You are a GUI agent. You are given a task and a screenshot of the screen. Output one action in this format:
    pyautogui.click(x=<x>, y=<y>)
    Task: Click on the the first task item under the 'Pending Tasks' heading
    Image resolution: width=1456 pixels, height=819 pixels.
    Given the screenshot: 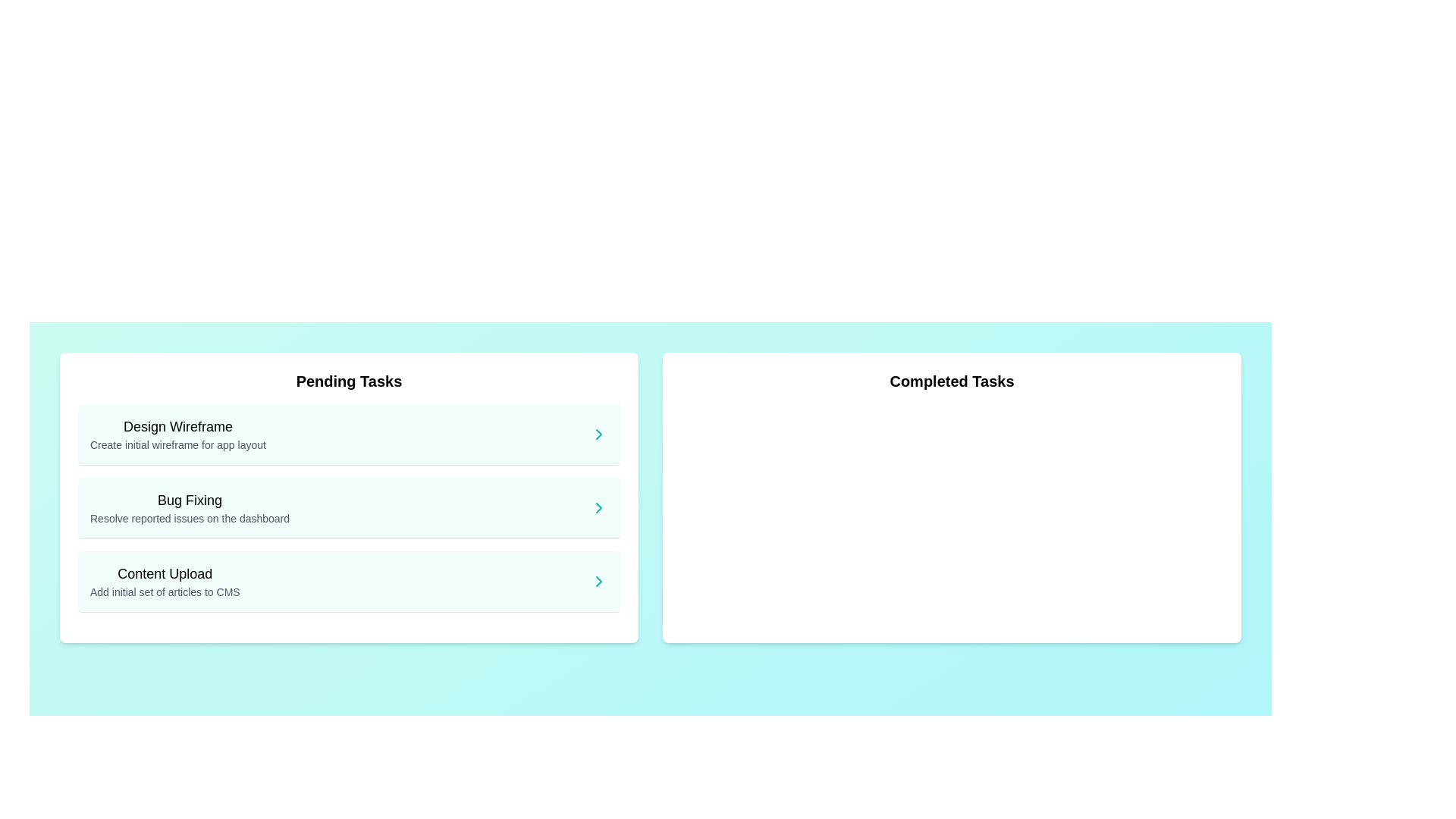 What is the action you would take?
    pyautogui.click(x=348, y=435)
    